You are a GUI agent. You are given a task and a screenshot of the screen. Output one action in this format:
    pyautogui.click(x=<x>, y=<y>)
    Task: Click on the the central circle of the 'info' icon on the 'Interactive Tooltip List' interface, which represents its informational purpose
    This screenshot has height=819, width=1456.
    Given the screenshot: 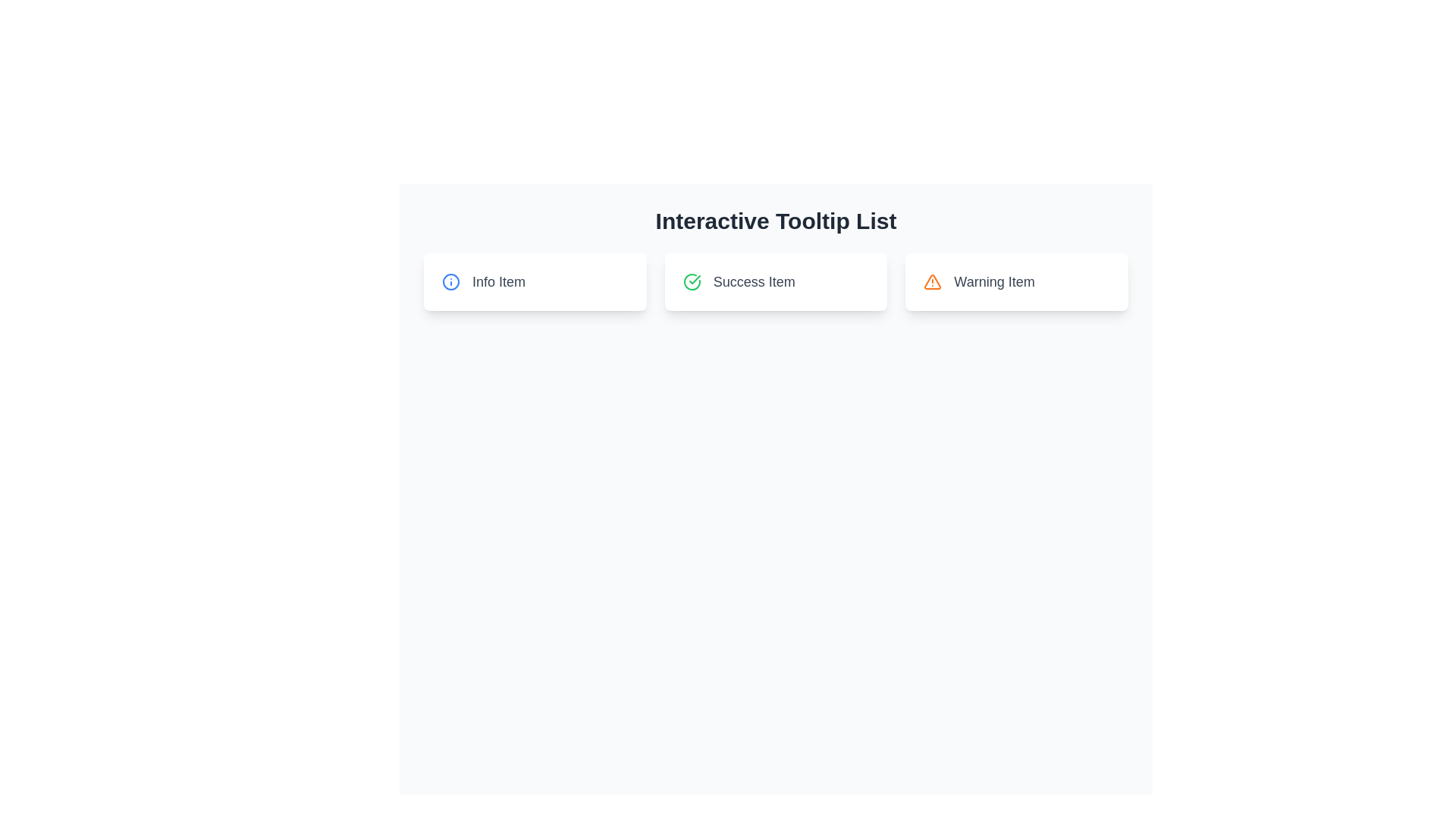 What is the action you would take?
    pyautogui.click(x=450, y=281)
    